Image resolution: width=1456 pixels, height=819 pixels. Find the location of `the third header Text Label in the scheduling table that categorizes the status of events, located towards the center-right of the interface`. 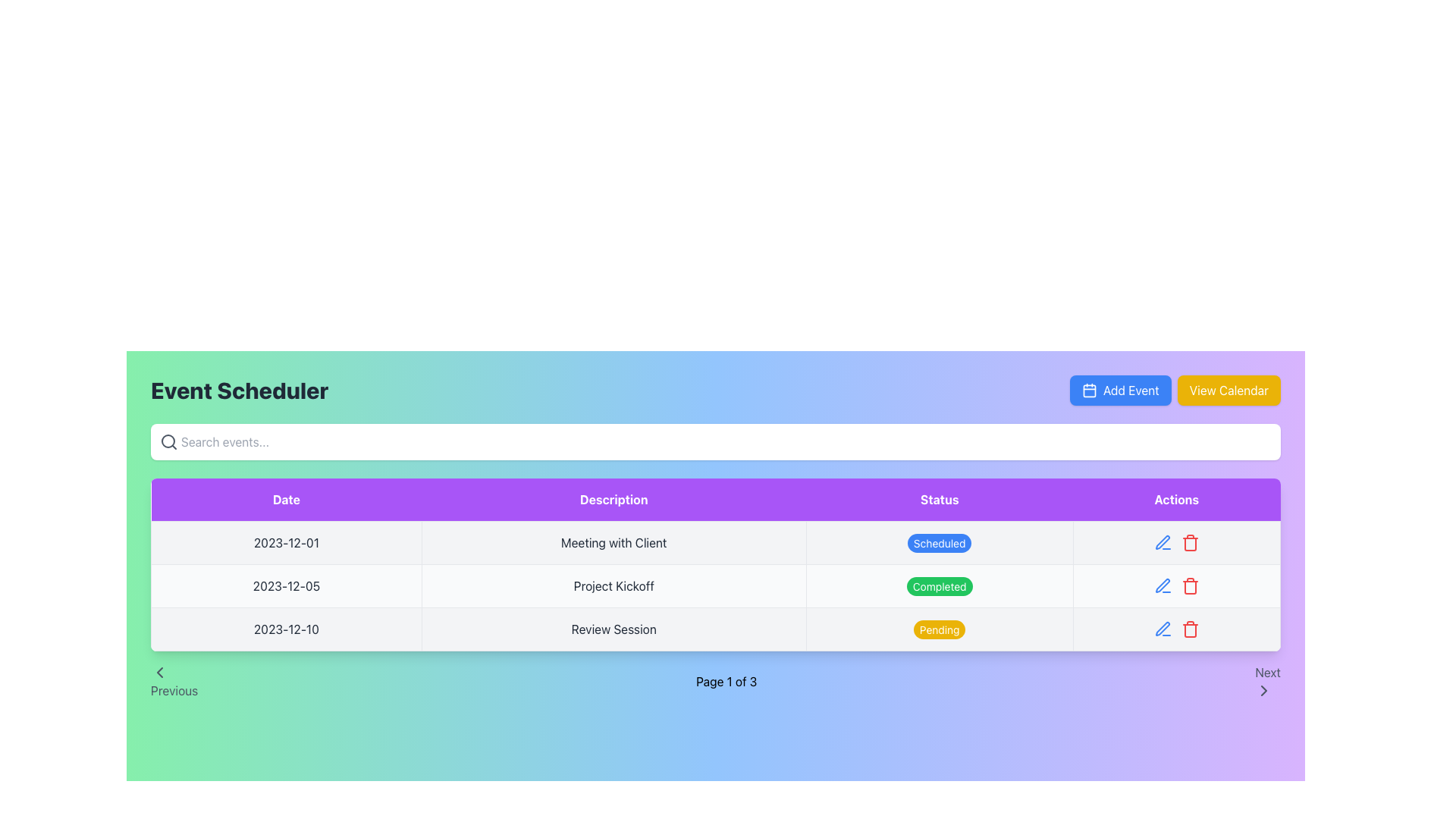

the third header Text Label in the scheduling table that categorizes the status of events, located towards the center-right of the interface is located at coordinates (939, 500).